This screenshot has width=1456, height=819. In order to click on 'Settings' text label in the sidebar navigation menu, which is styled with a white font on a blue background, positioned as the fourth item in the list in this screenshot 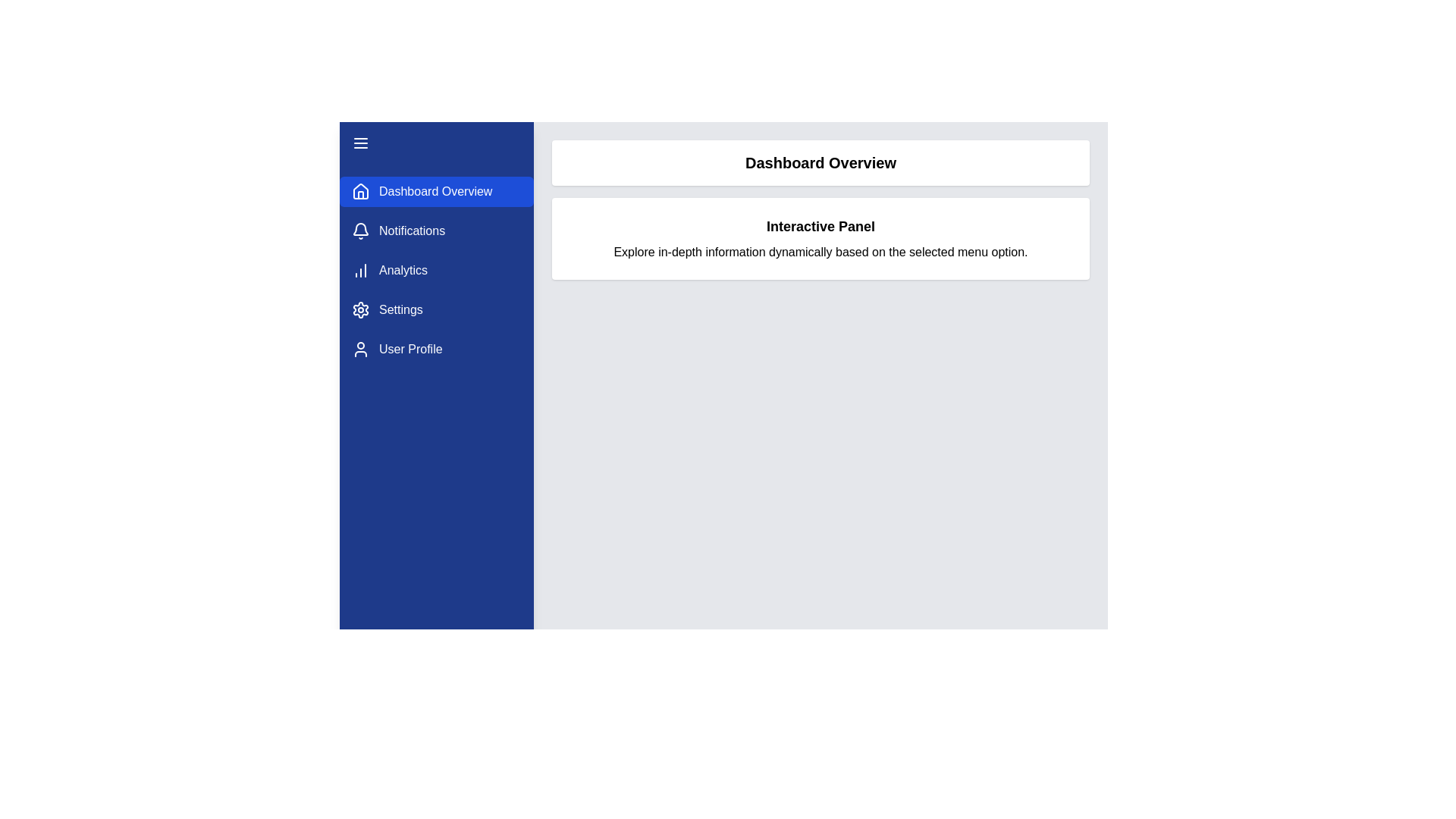, I will do `click(400, 309)`.